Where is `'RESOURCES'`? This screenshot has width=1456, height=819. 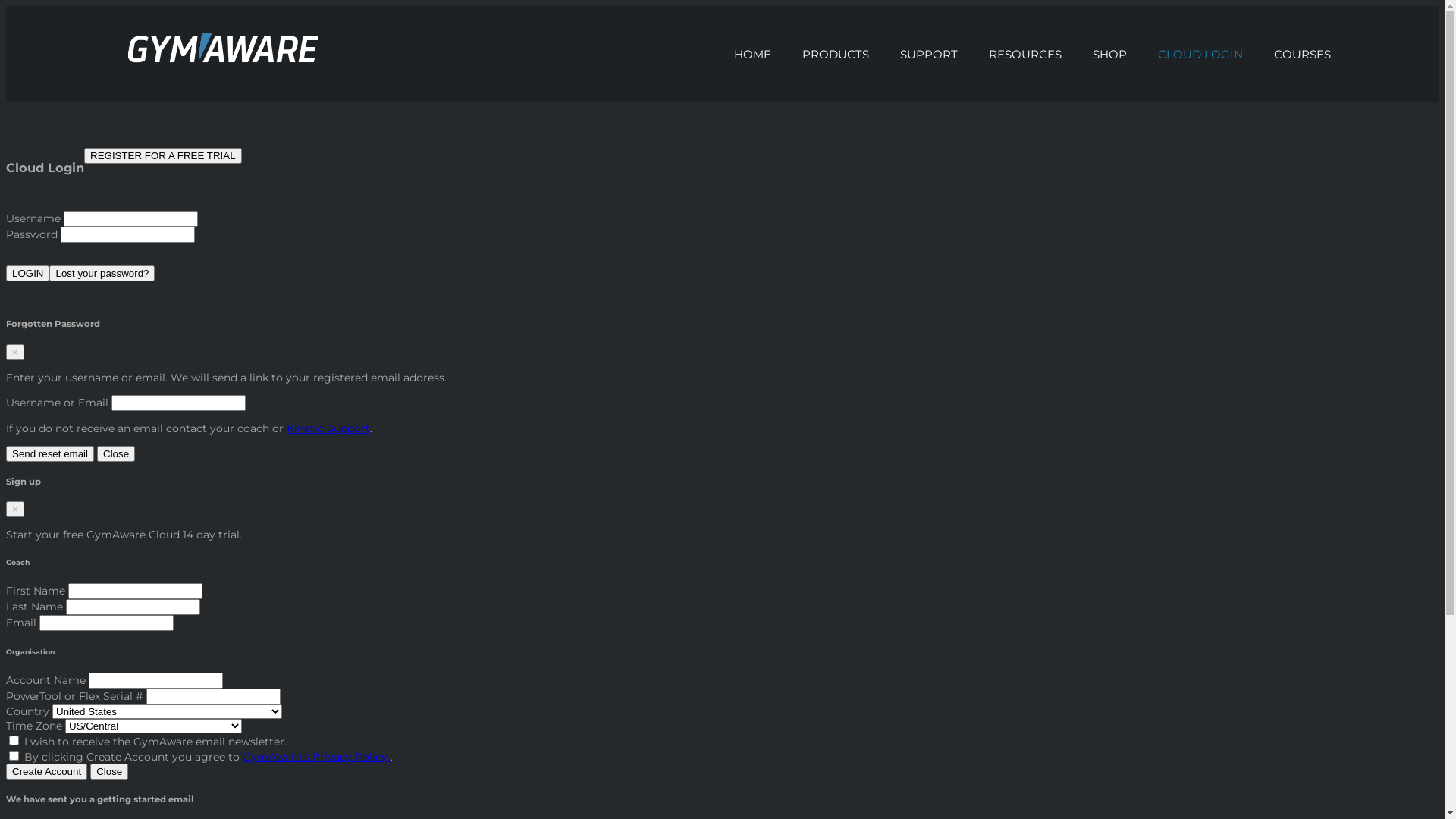
'RESOURCES' is located at coordinates (1025, 53).